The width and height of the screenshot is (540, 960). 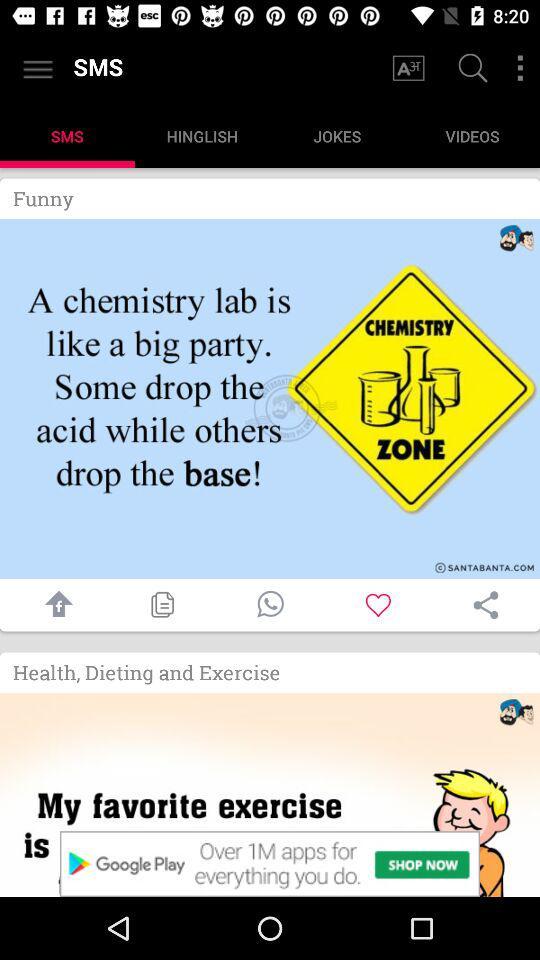 I want to click on copy sms, so click(x=161, y=604).